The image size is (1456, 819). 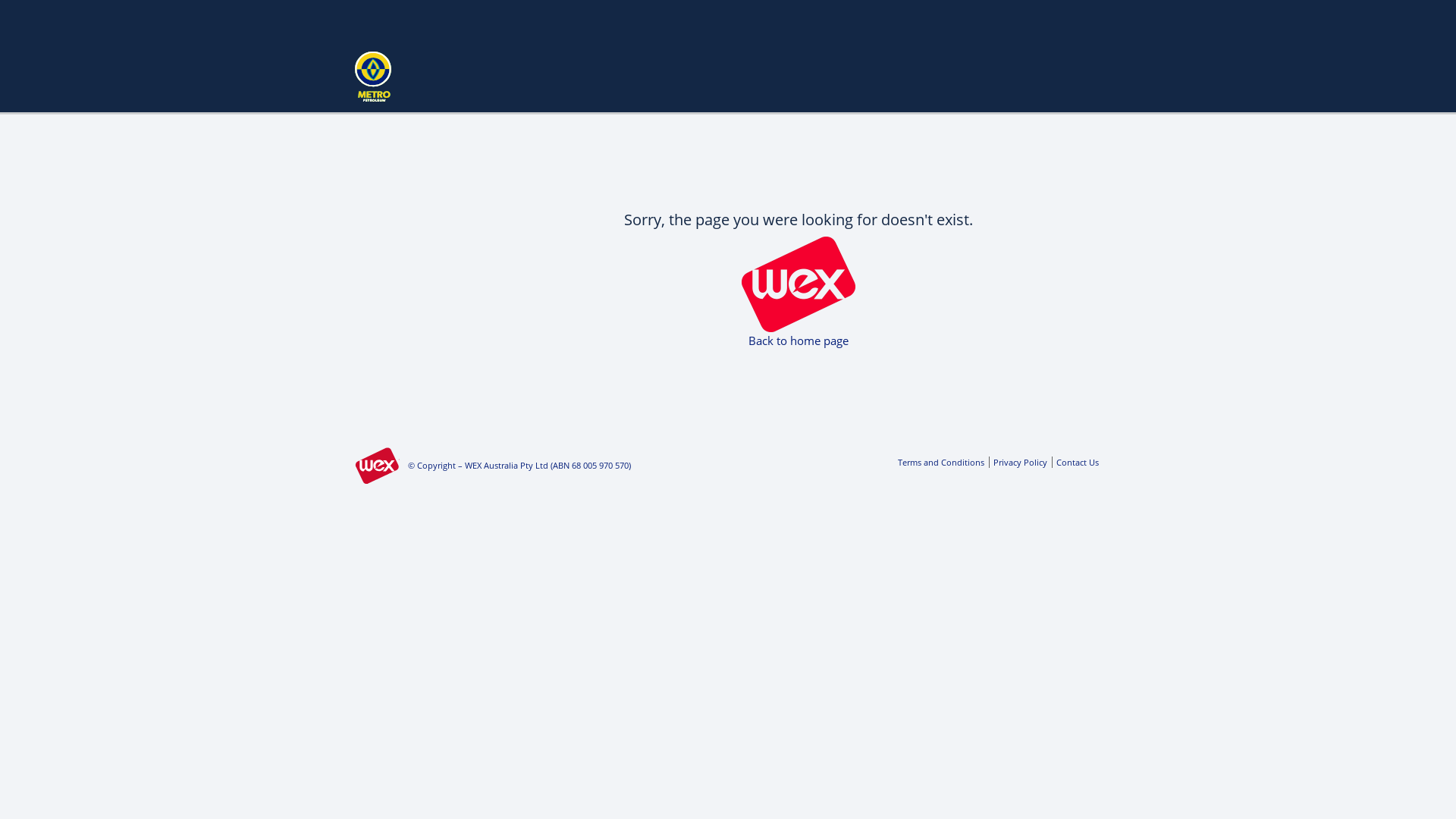 I want to click on 'Contact Us', so click(x=1074, y=461).